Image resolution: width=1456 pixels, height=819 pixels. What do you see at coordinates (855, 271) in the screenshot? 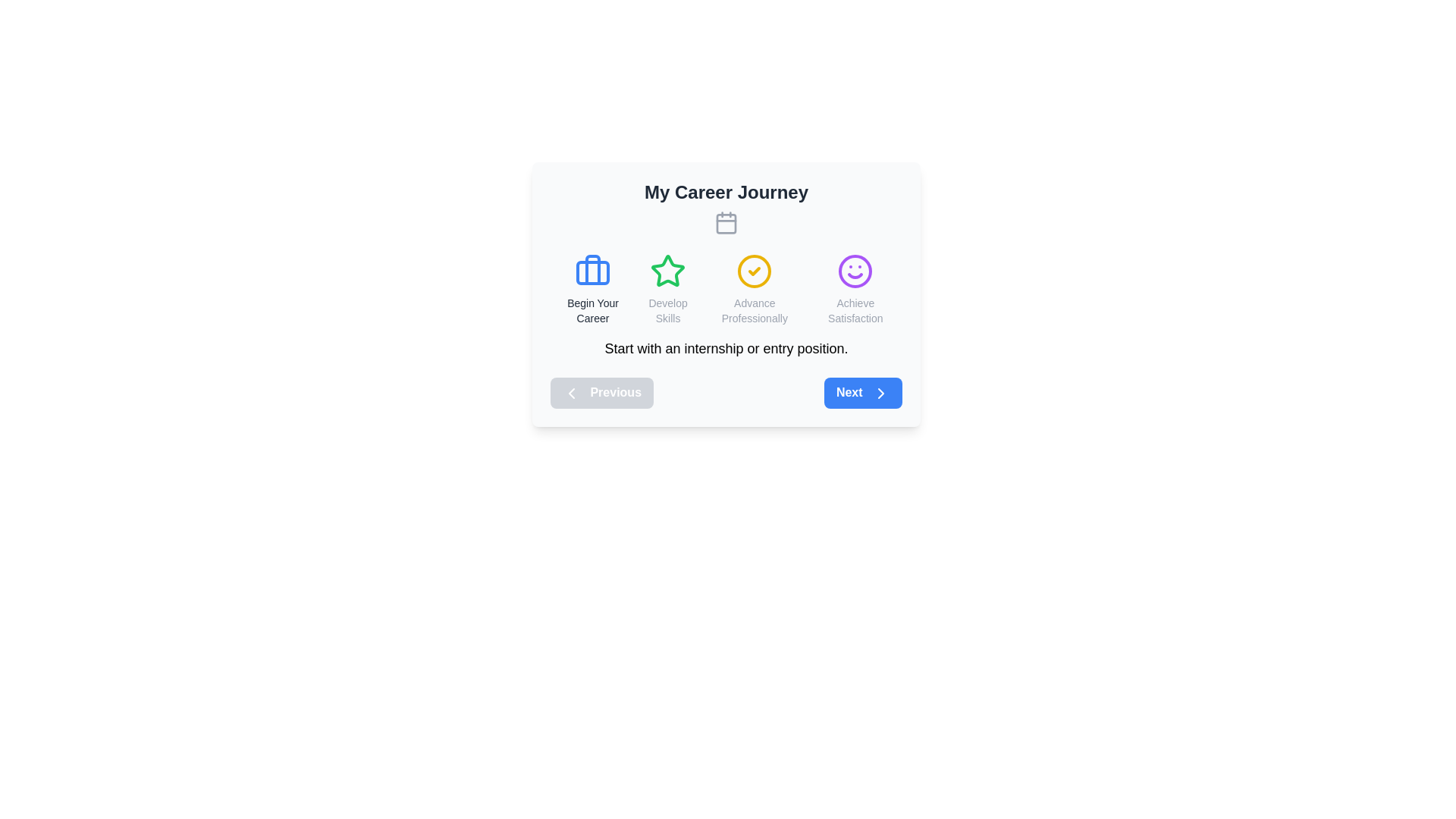
I see `the purple smiley face icon with a circular outline under the 'My Career Journey' section, which is the fourth icon in the horizontal arrangement, accompanied by the text 'Achieve Satisfaction'` at bounding box center [855, 271].